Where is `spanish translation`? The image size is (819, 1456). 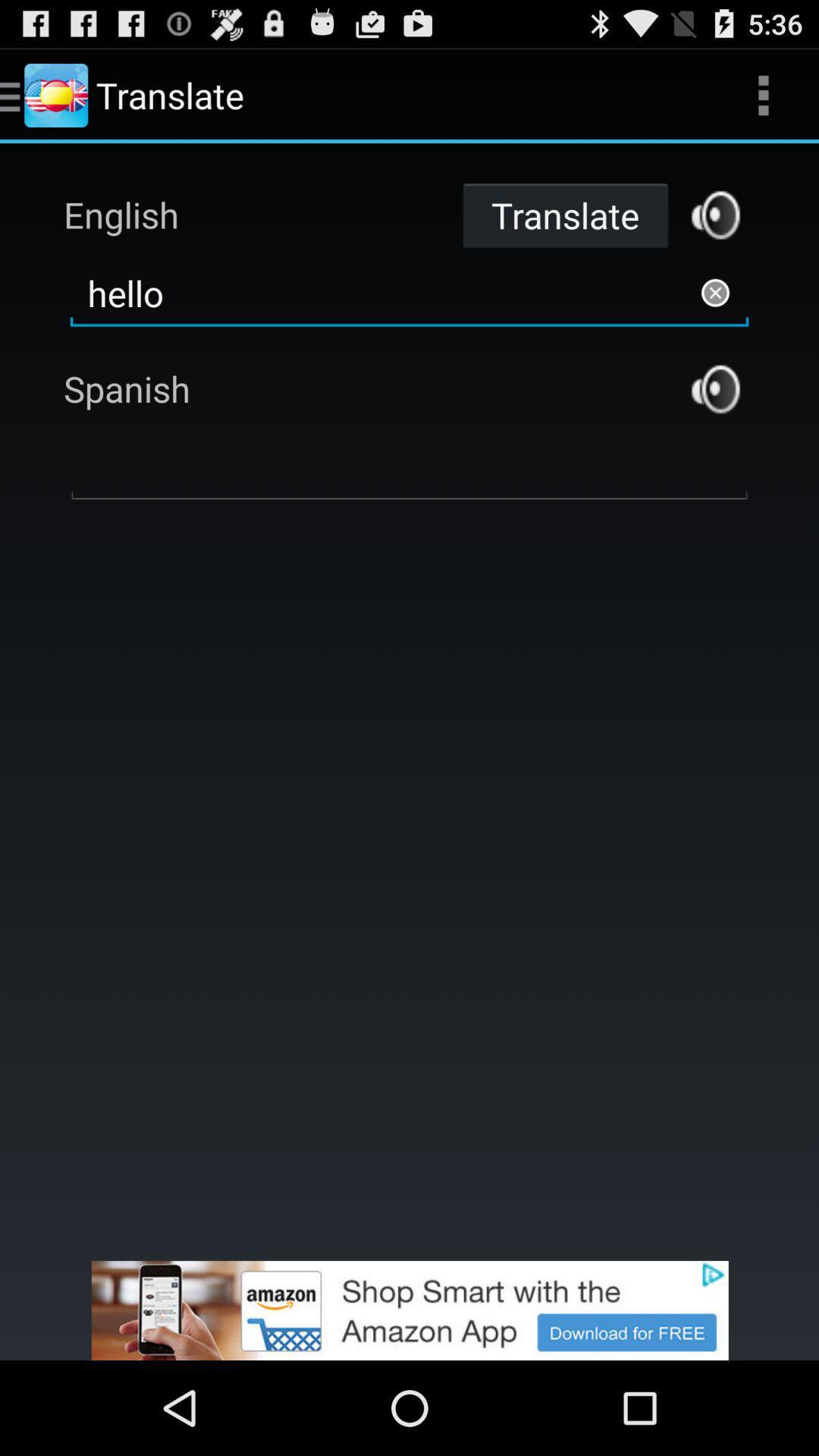 spanish translation is located at coordinates (715, 389).